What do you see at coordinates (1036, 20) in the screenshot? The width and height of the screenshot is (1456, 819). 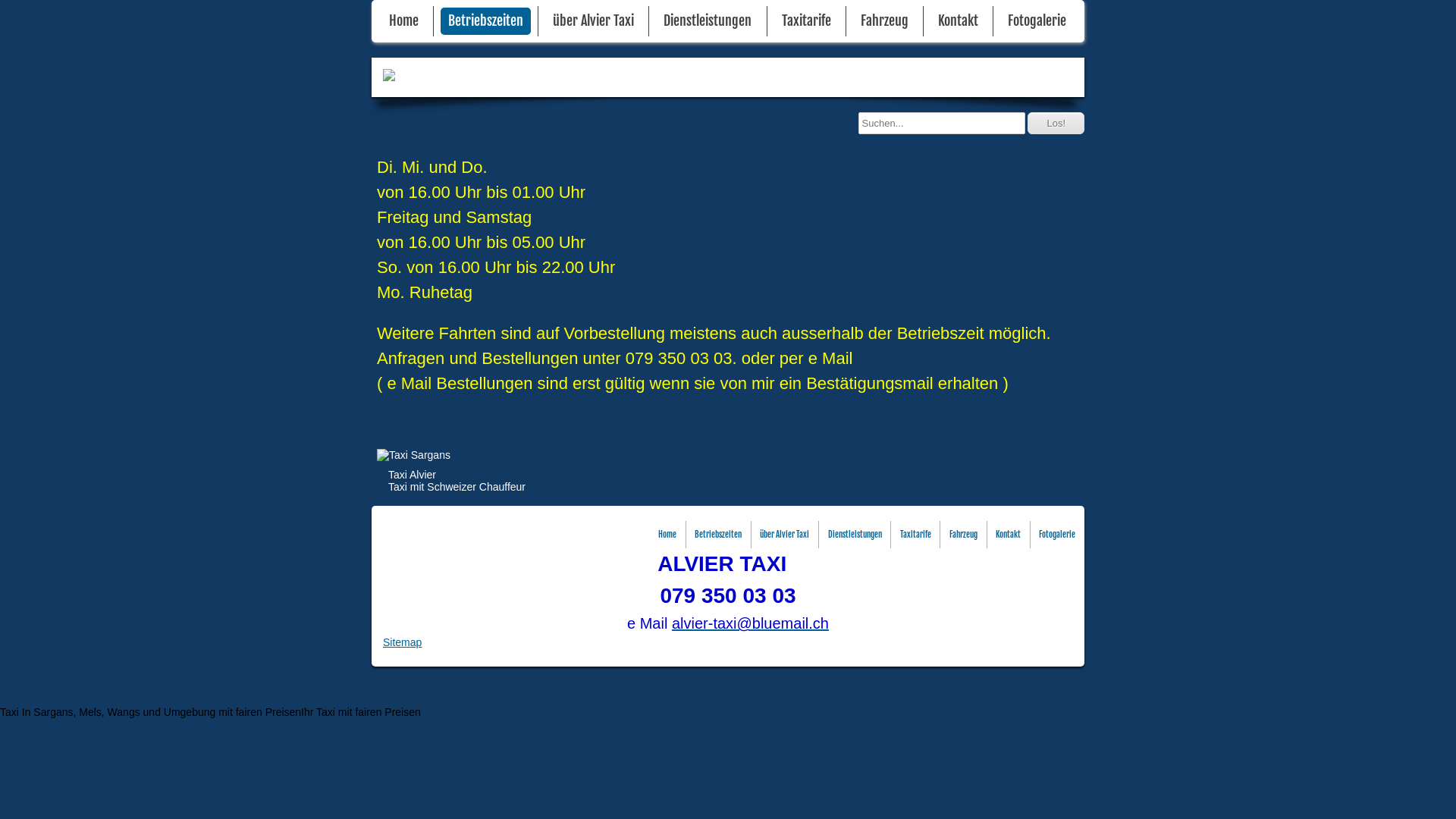 I see `'Fotogalerie'` at bounding box center [1036, 20].